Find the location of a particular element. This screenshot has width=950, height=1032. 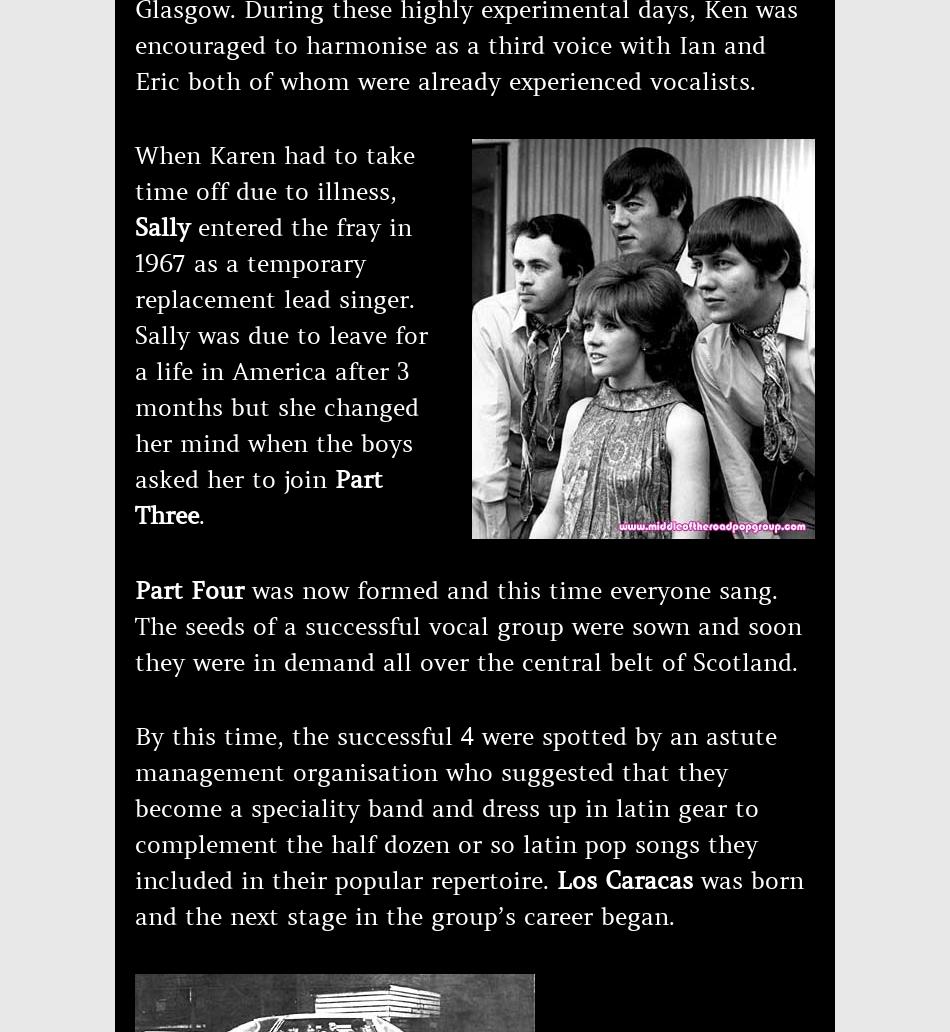

'.' is located at coordinates (199, 516).